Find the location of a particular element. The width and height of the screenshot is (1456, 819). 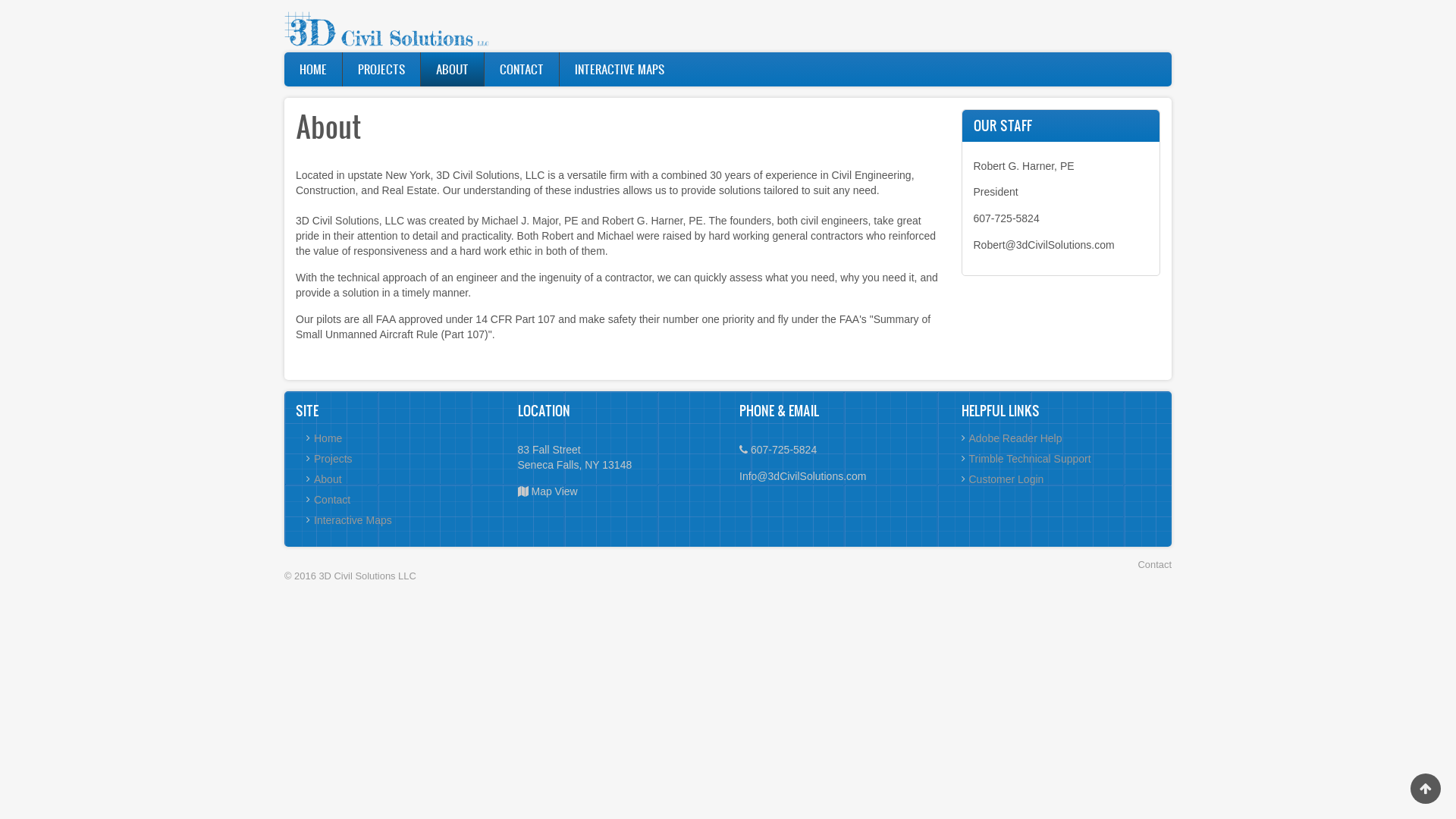

'Map View' is located at coordinates (553, 491).